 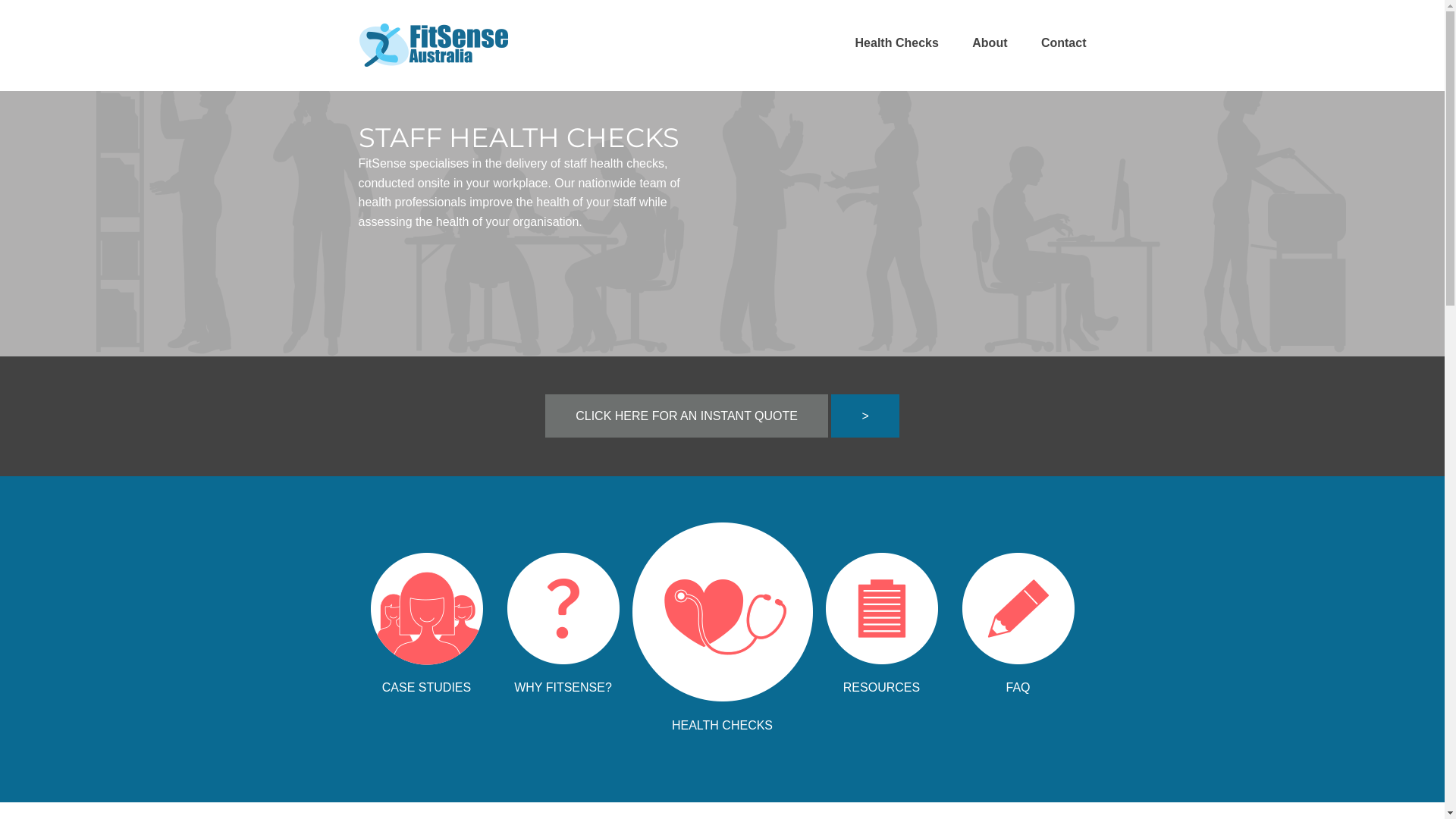 What do you see at coordinates (432, 67) in the screenshot?
I see `'FitSense Home Page'` at bounding box center [432, 67].